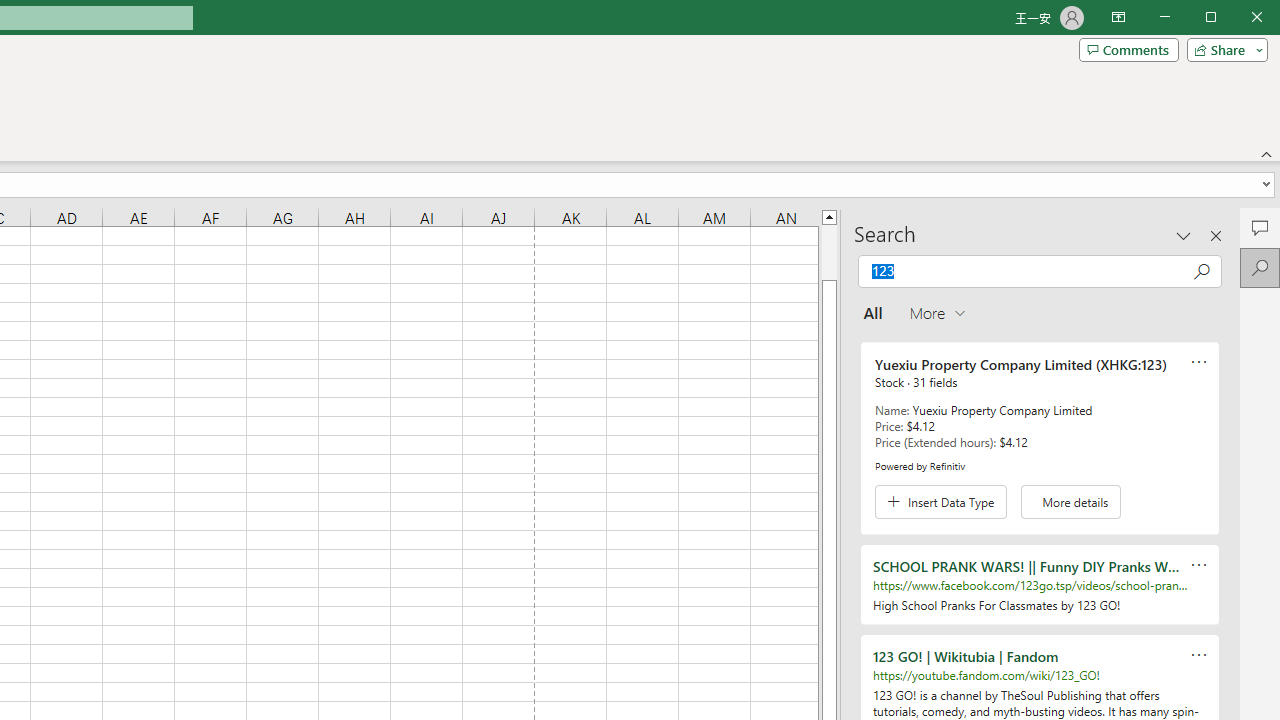 Image resolution: width=1280 pixels, height=720 pixels. Describe the element at coordinates (1238, 19) in the screenshot. I see `'Maximize'` at that location.